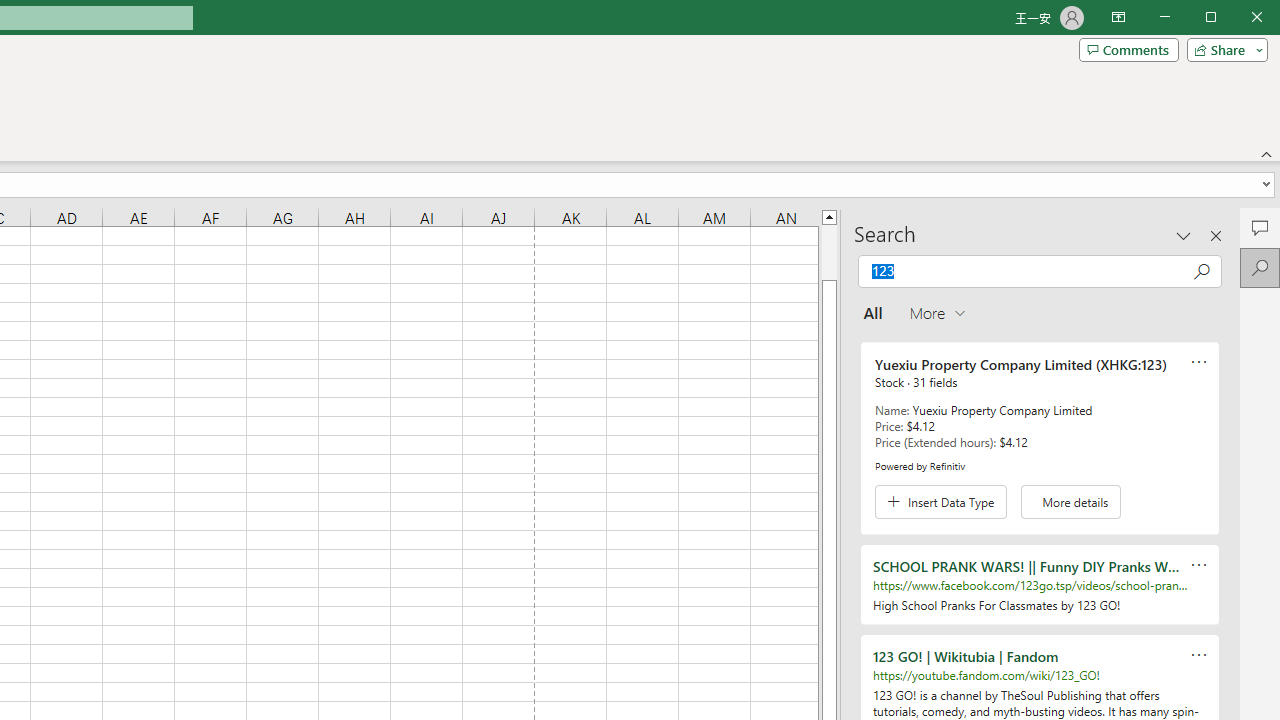 Image resolution: width=1280 pixels, height=720 pixels. Describe the element at coordinates (1238, 19) in the screenshot. I see `'Maximize'` at that location.